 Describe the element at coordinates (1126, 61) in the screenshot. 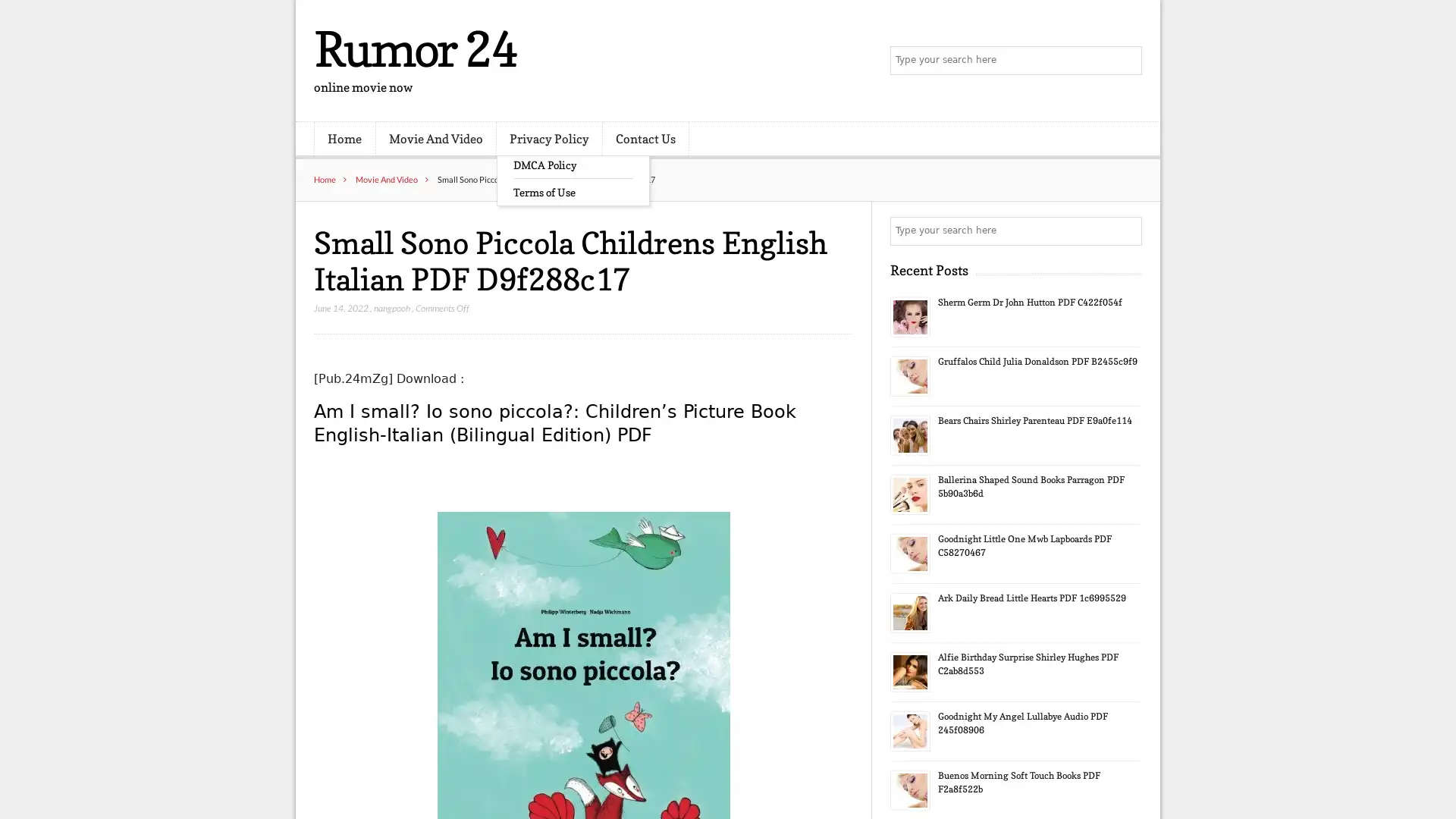

I see `Search` at that location.